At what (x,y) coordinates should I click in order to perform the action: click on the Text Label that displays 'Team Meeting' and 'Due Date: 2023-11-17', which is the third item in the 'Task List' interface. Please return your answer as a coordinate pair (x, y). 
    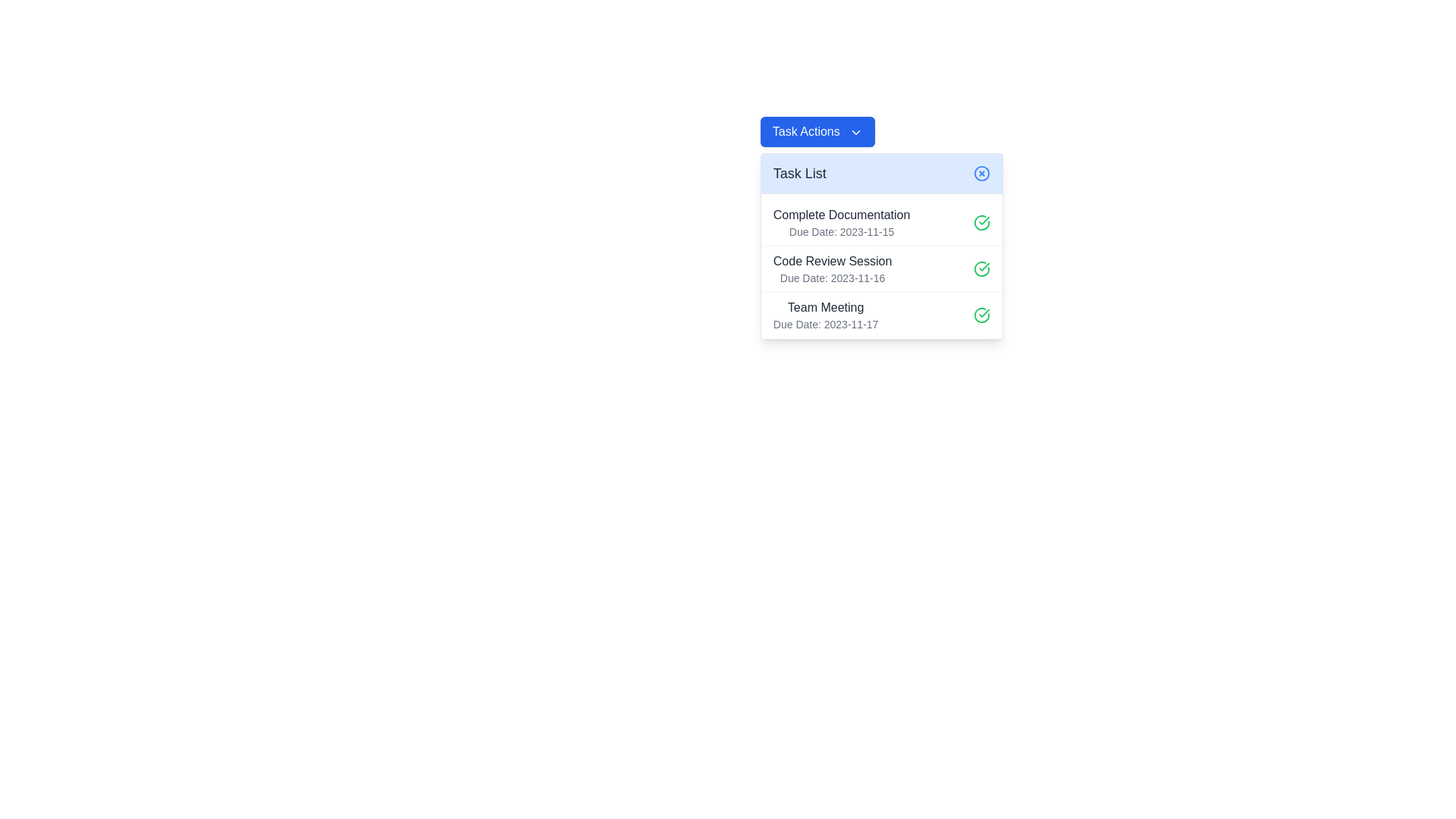
    Looking at the image, I should click on (825, 315).